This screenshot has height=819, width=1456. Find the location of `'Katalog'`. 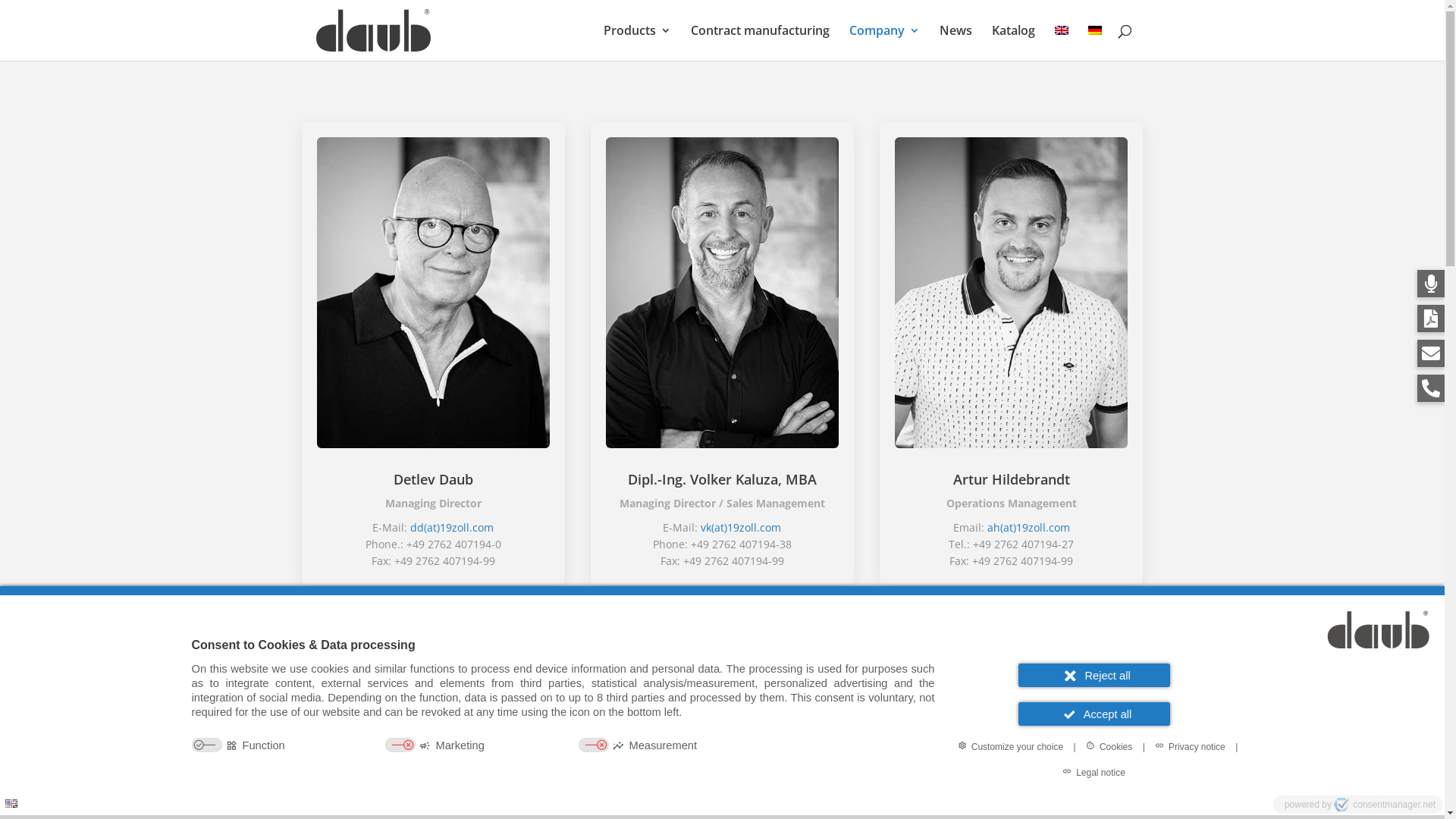

'Katalog' is located at coordinates (1013, 42).